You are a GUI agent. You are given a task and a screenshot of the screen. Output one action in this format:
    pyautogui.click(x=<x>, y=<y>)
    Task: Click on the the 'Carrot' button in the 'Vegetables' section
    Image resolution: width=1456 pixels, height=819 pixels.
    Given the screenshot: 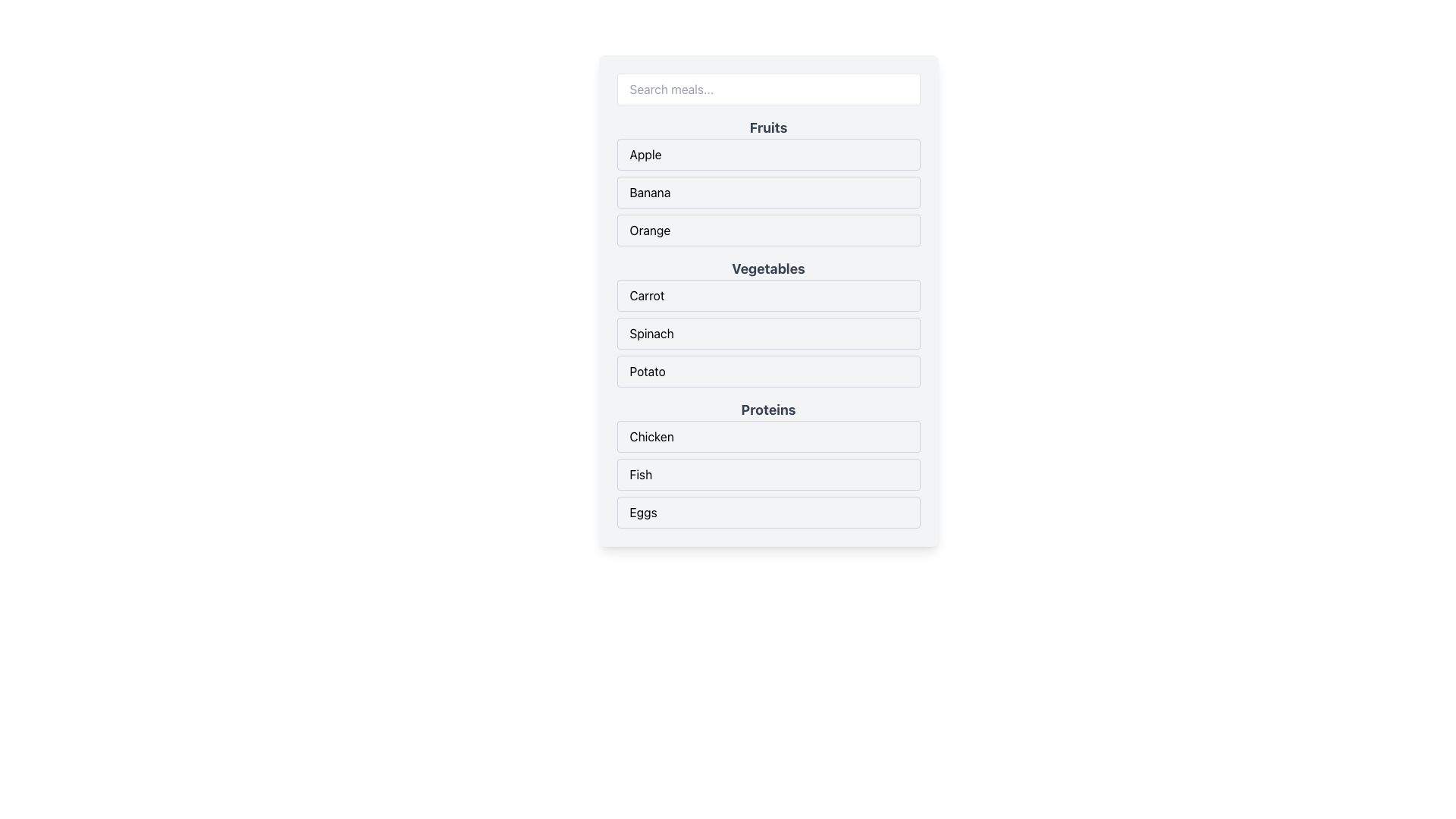 What is the action you would take?
    pyautogui.click(x=768, y=295)
    